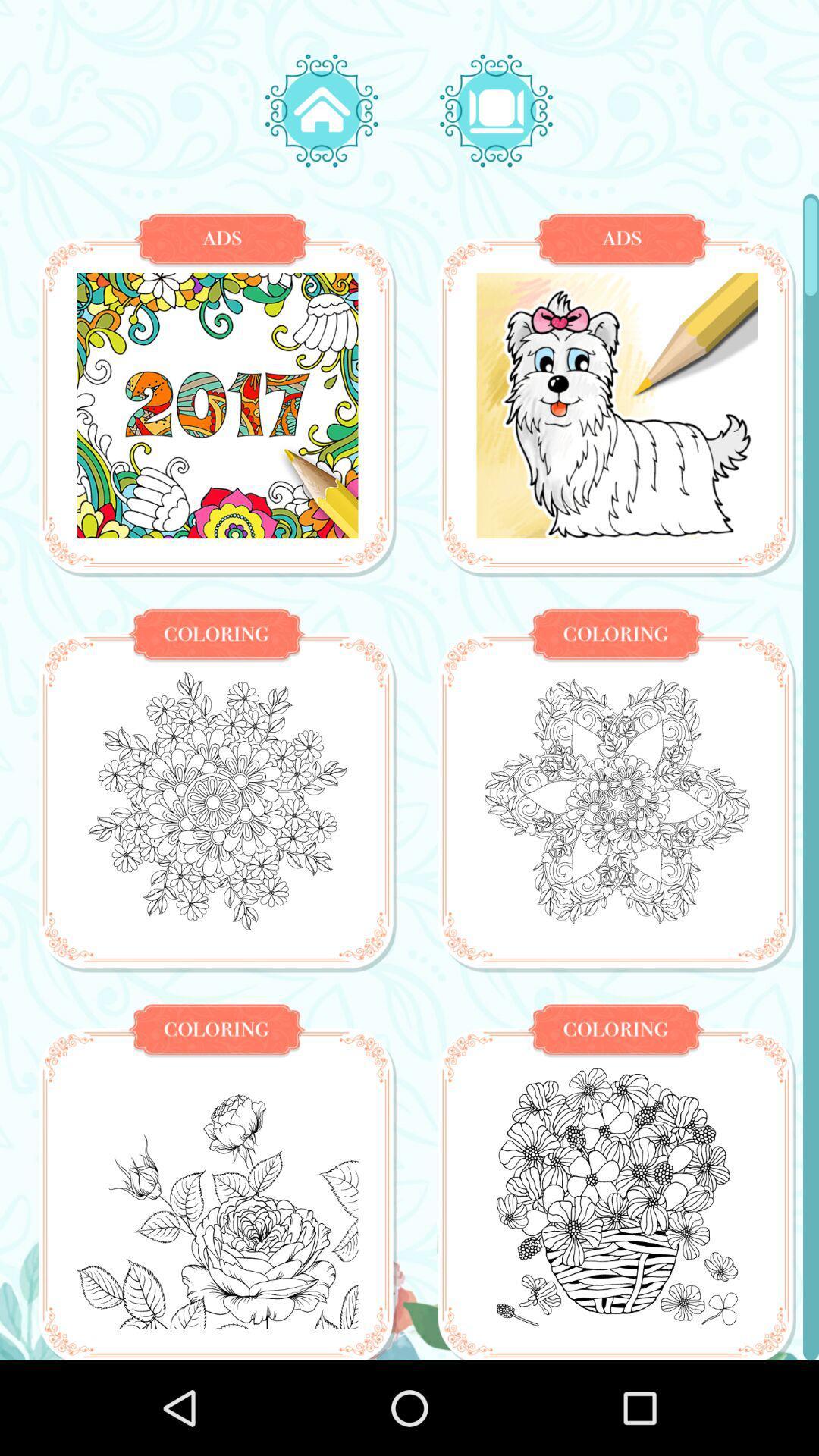 This screenshot has width=819, height=1456. What do you see at coordinates (321, 110) in the screenshot?
I see `the home icon` at bounding box center [321, 110].